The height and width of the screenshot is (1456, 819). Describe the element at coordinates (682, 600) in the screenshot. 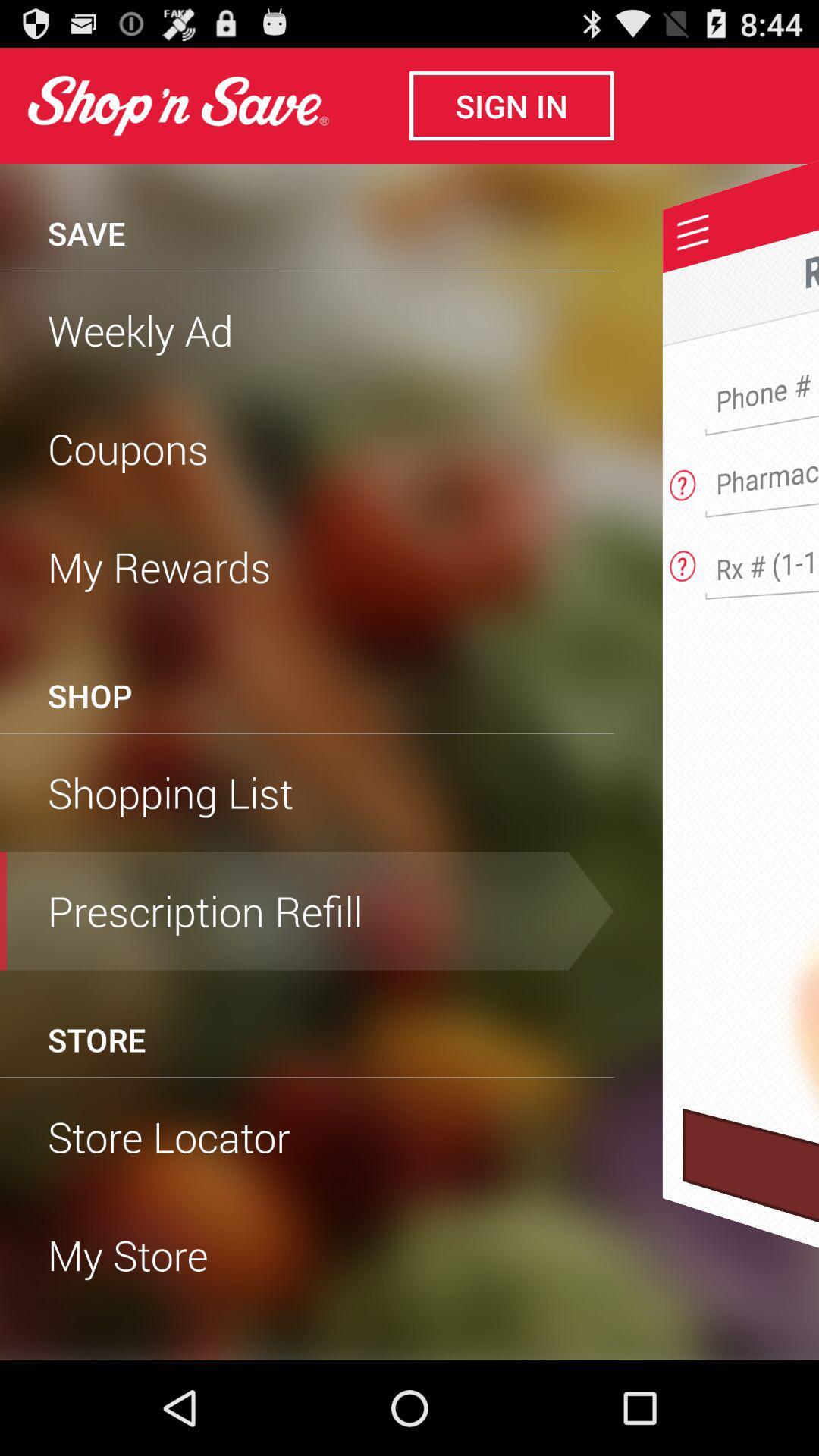

I see `the help icon` at that location.